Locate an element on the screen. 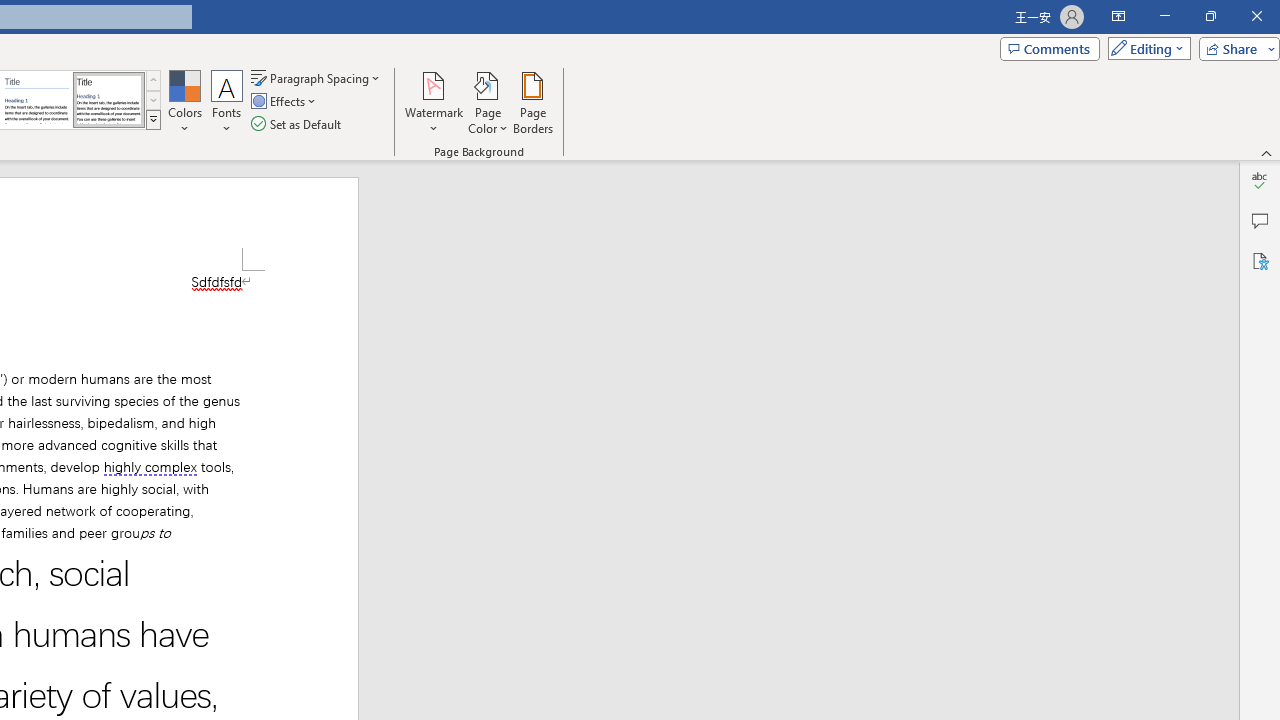  'Page Color' is located at coordinates (488, 103).